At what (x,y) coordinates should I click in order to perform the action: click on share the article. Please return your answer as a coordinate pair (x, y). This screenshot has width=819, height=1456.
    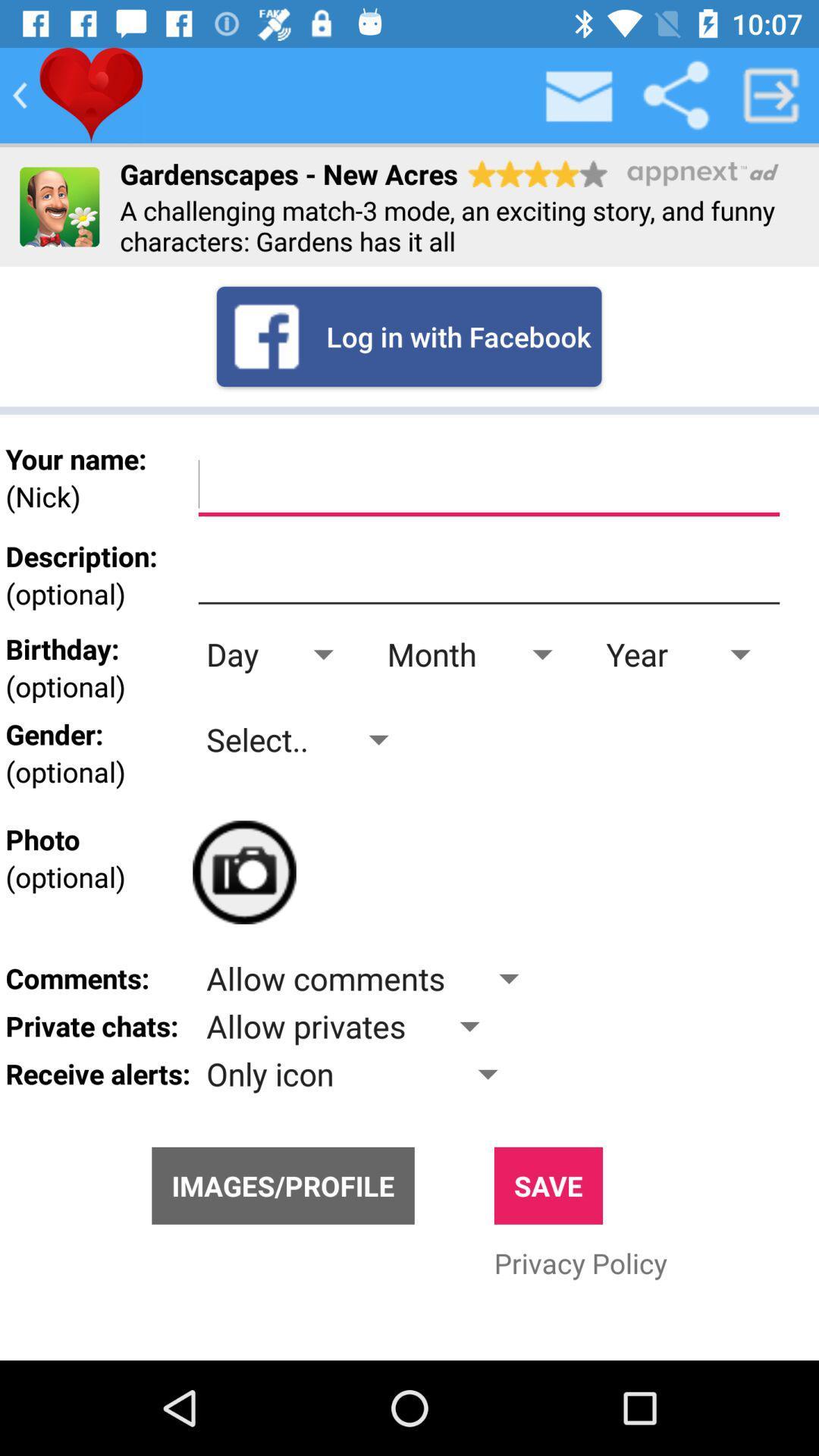
    Looking at the image, I should click on (675, 94).